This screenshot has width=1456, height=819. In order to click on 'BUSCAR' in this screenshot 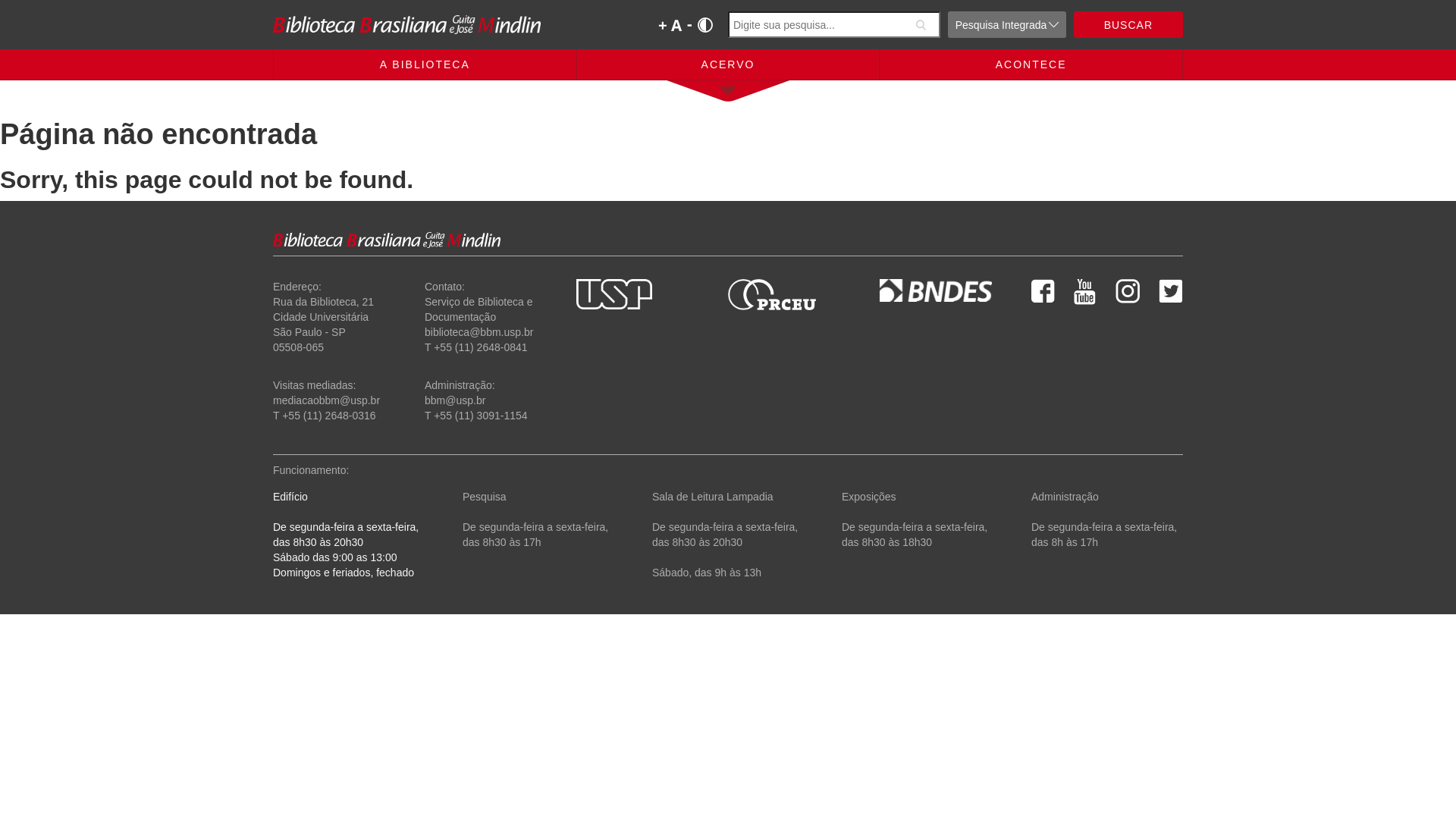, I will do `click(1073, 24)`.